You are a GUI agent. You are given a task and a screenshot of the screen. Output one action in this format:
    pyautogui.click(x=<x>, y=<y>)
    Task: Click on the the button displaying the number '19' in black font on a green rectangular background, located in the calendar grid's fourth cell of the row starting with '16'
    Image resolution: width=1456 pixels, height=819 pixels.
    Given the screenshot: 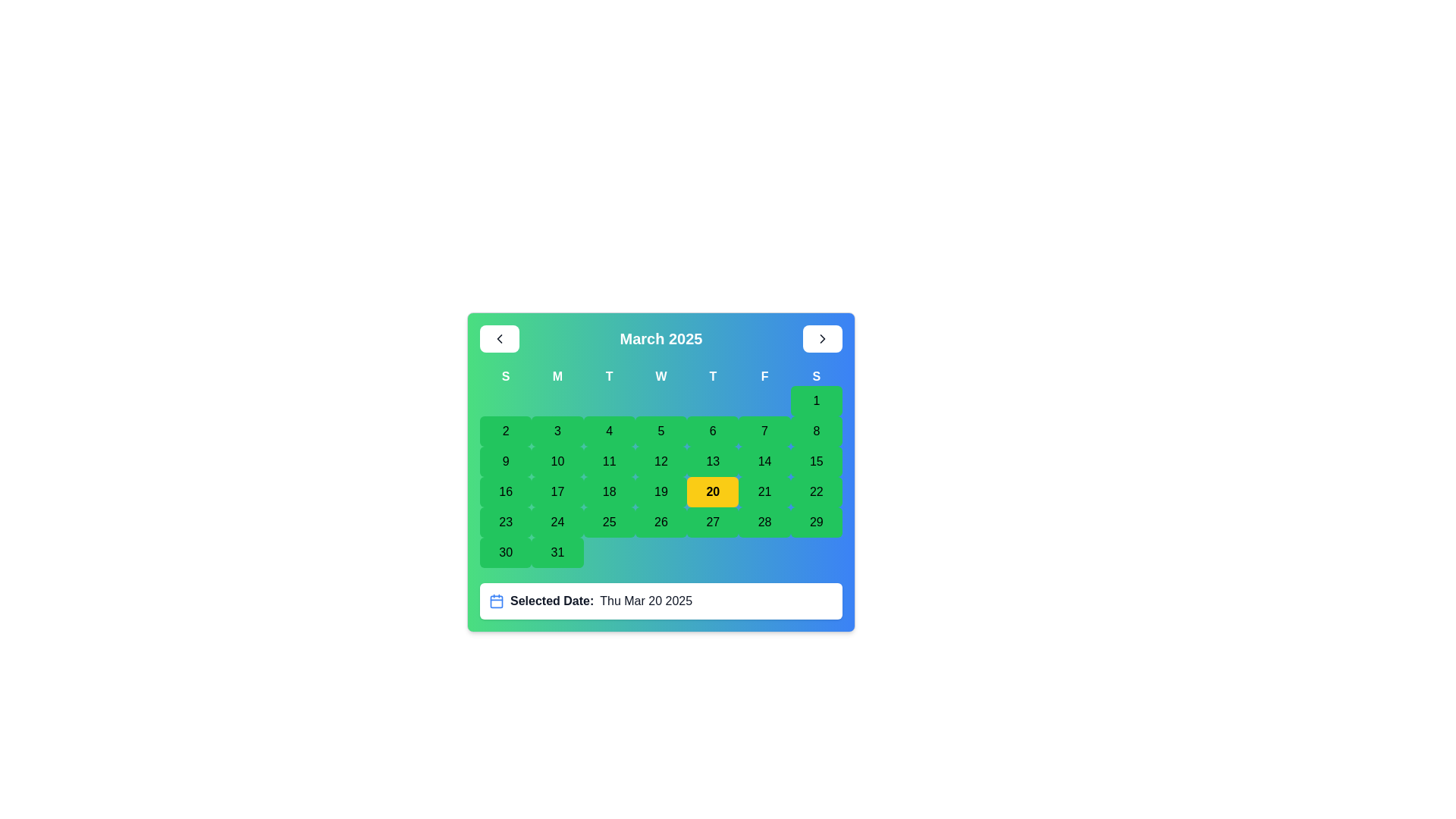 What is the action you would take?
    pyautogui.click(x=661, y=491)
    